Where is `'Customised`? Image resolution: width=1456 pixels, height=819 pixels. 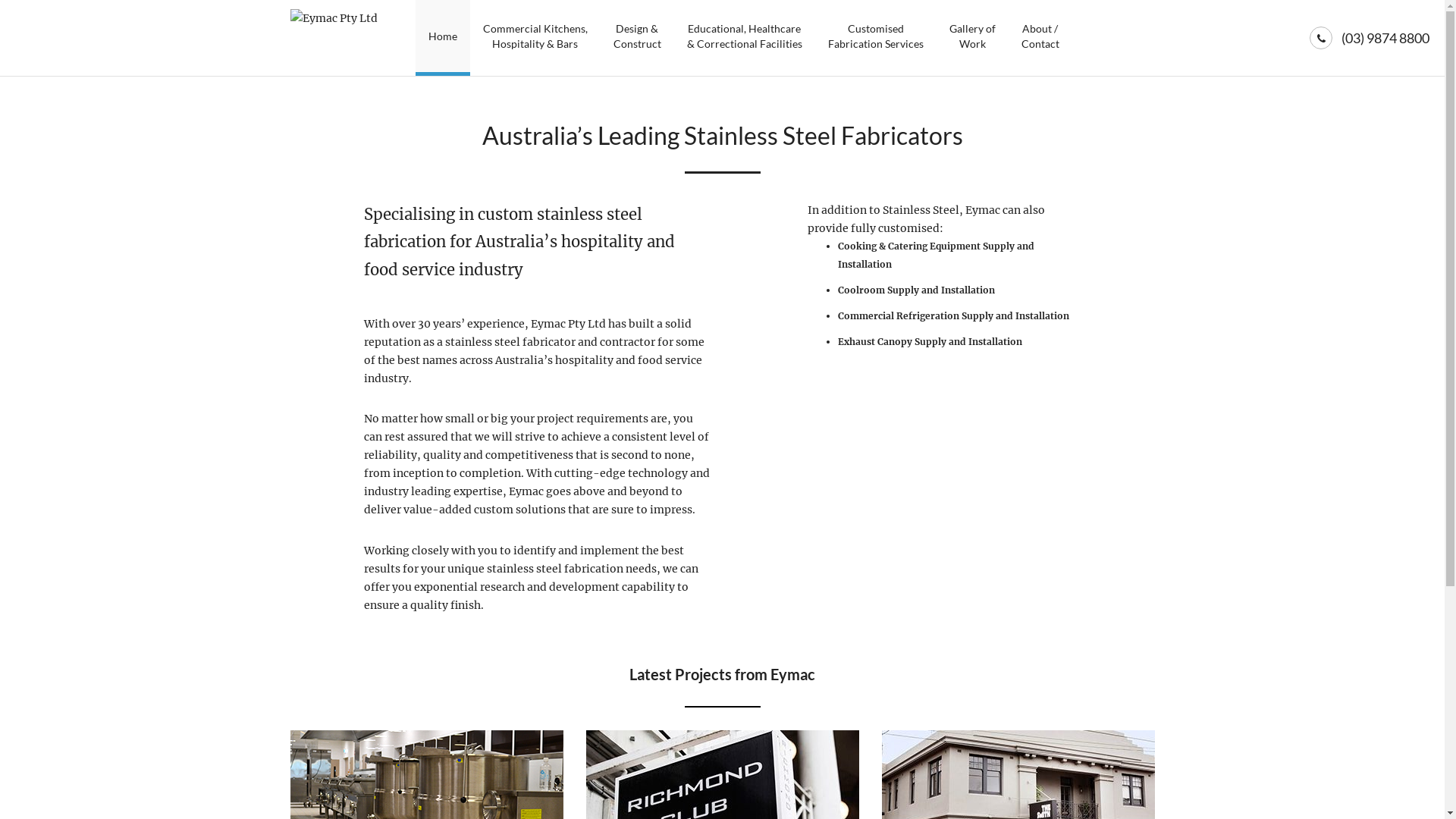
'Customised is located at coordinates (874, 37).